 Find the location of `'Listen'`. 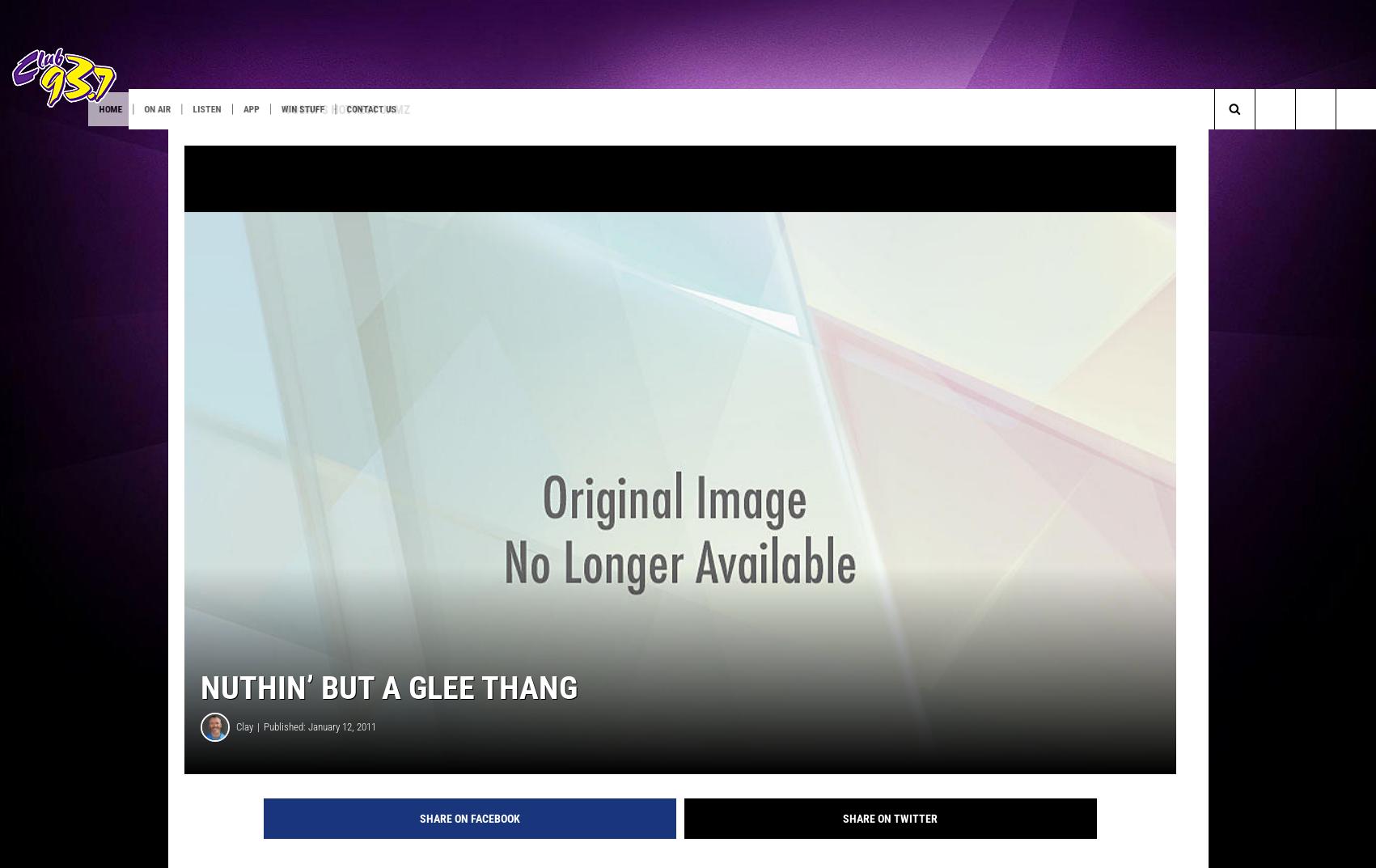

'Listen' is located at coordinates (273, 108).